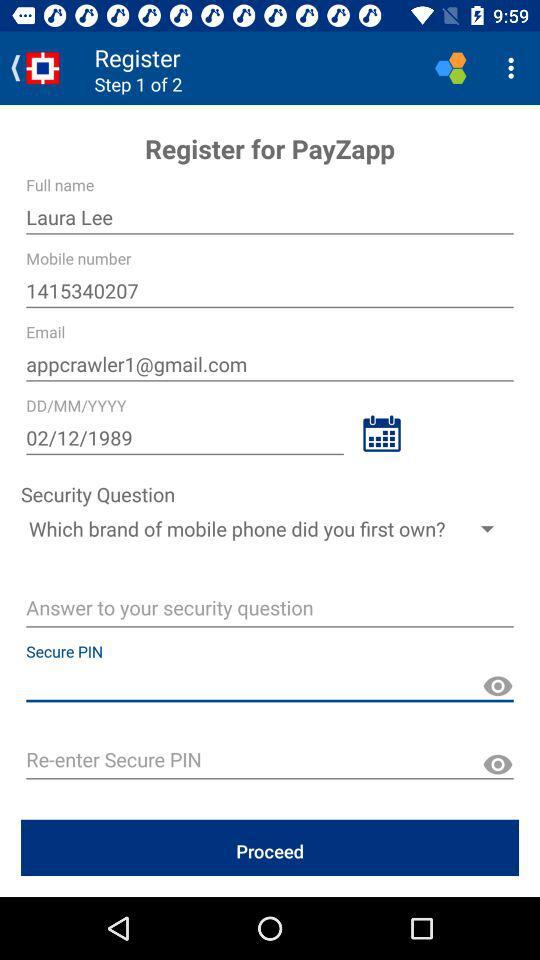 Image resolution: width=540 pixels, height=960 pixels. Describe the element at coordinates (270, 527) in the screenshot. I see `the text box below the security question` at that location.